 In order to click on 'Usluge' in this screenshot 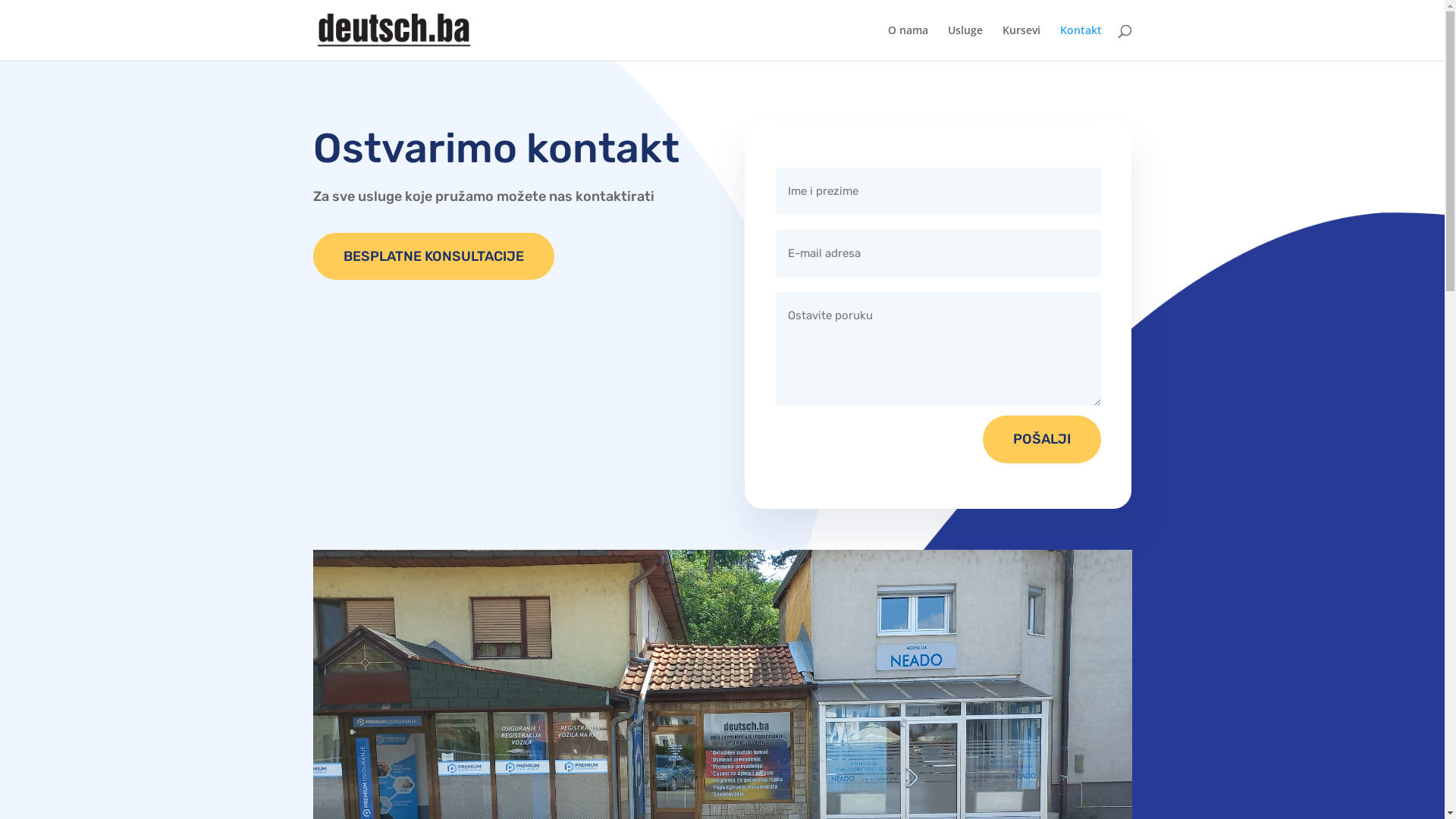, I will do `click(964, 42)`.